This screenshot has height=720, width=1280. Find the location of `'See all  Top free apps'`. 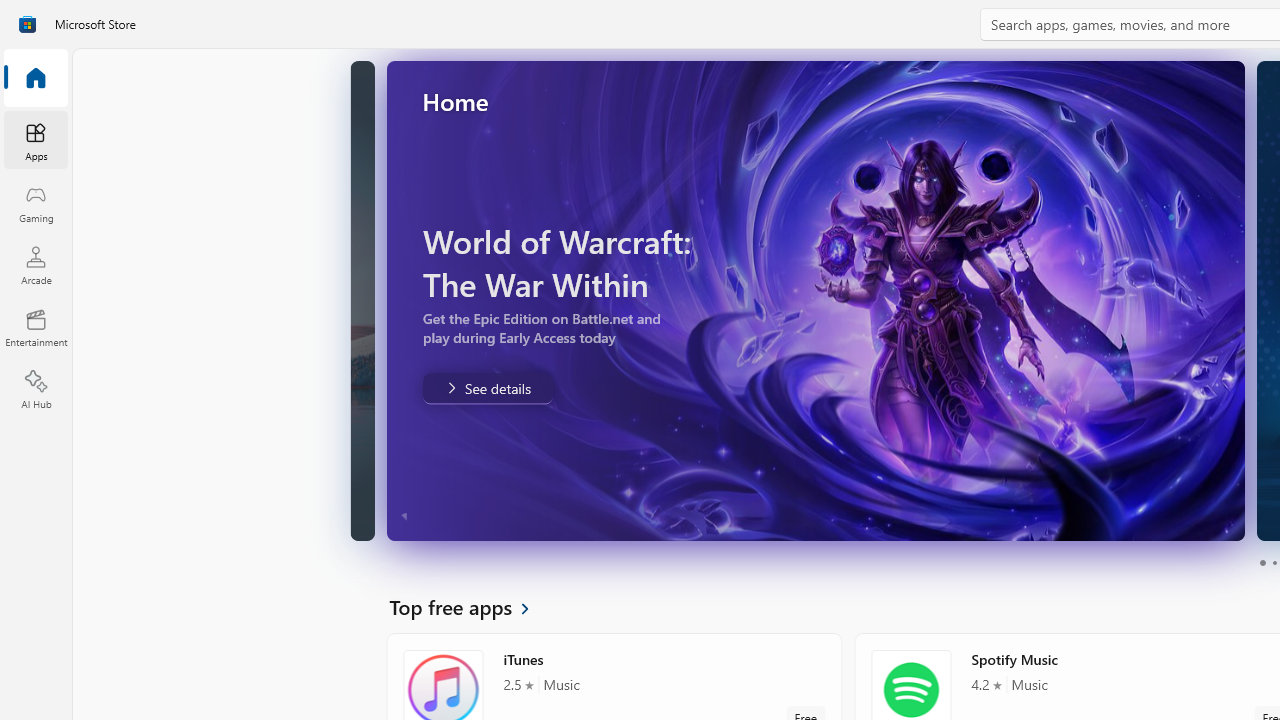

'See all  Top free apps' is located at coordinates (470, 605).